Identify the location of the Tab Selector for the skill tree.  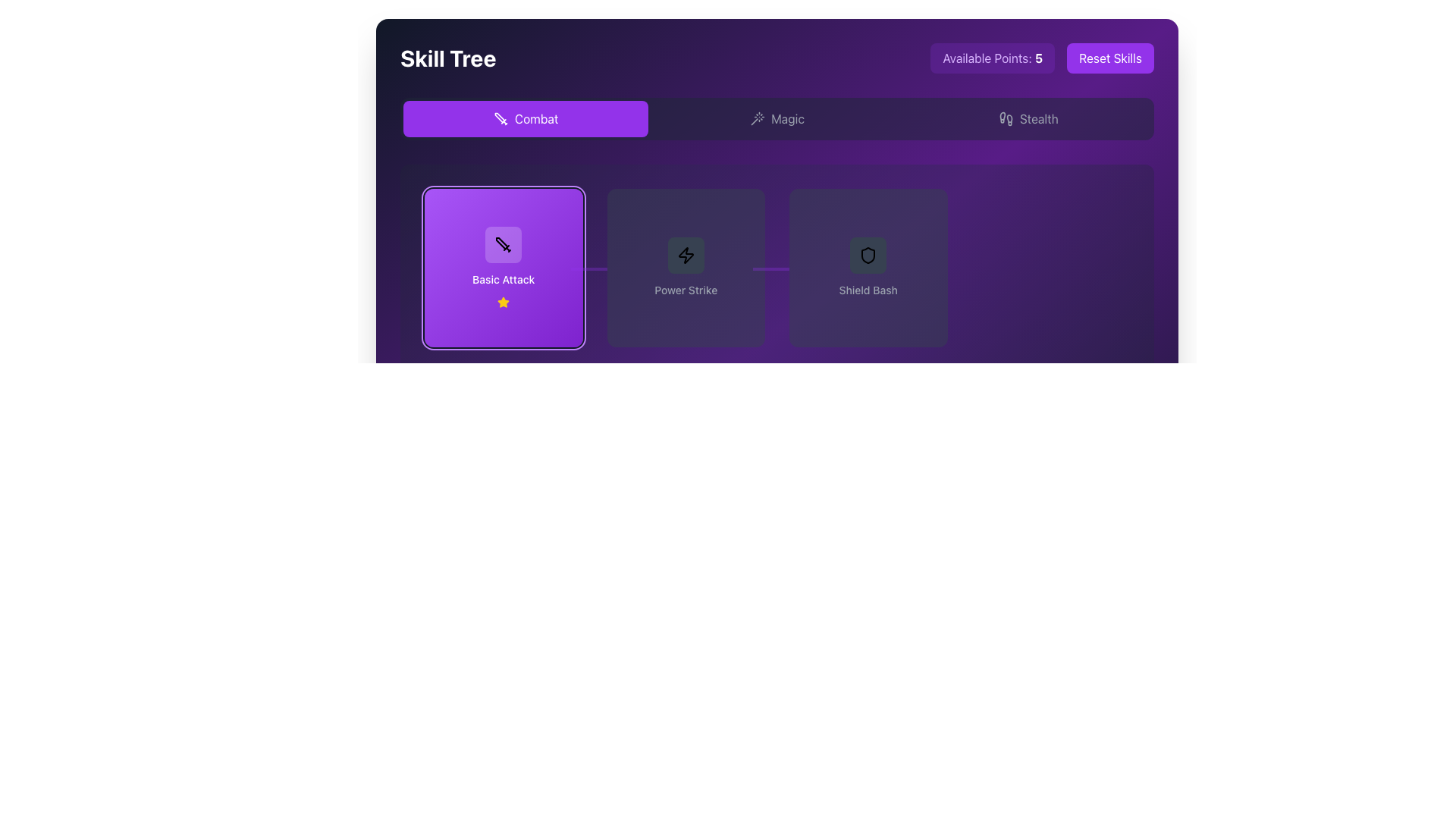
(777, 118).